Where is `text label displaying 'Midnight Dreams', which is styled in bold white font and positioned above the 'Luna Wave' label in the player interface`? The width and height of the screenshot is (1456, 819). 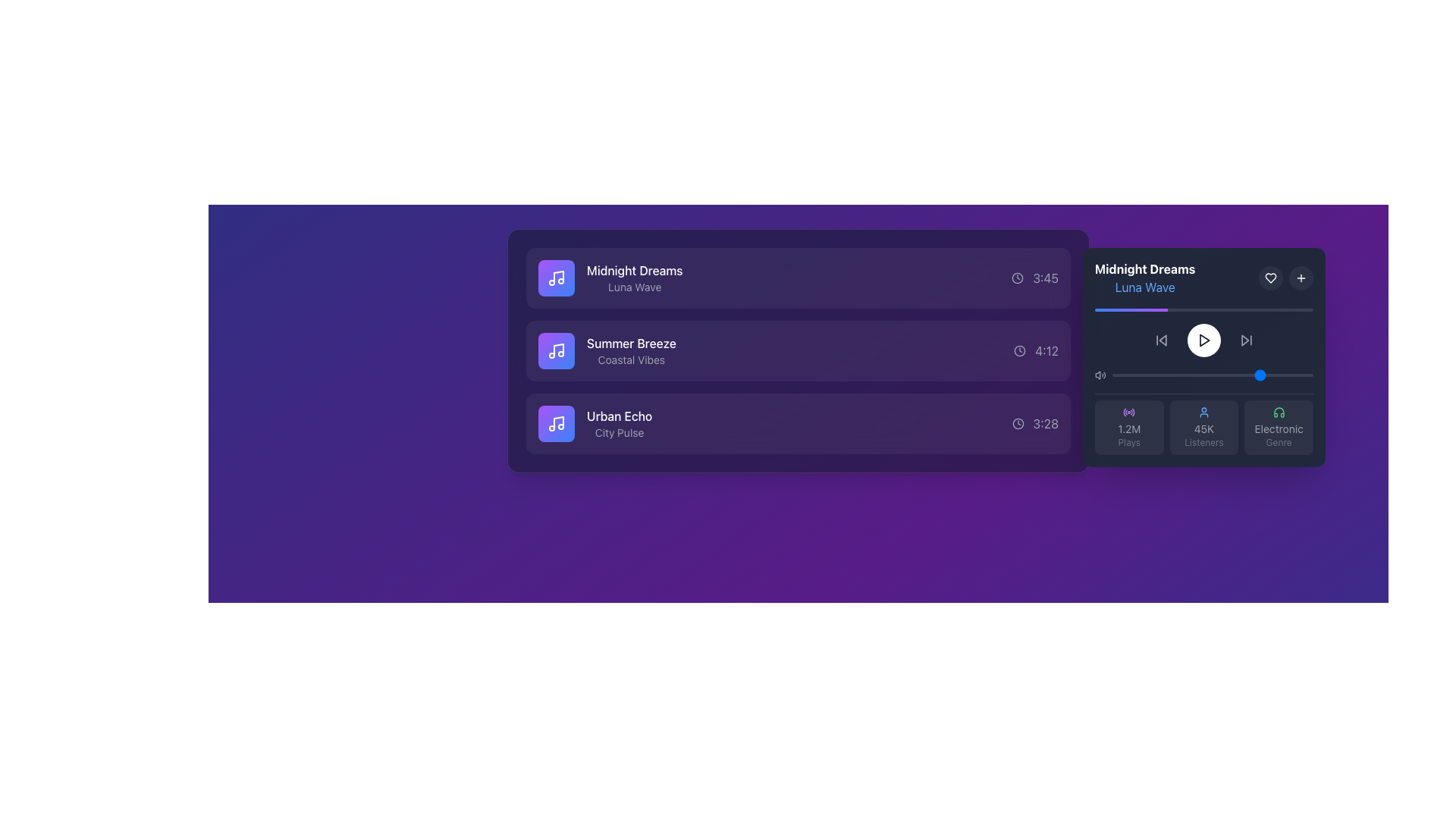
text label displaying 'Midnight Dreams', which is styled in bold white font and positioned above the 'Luna Wave' label in the player interface is located at coordinates (1145, 268).